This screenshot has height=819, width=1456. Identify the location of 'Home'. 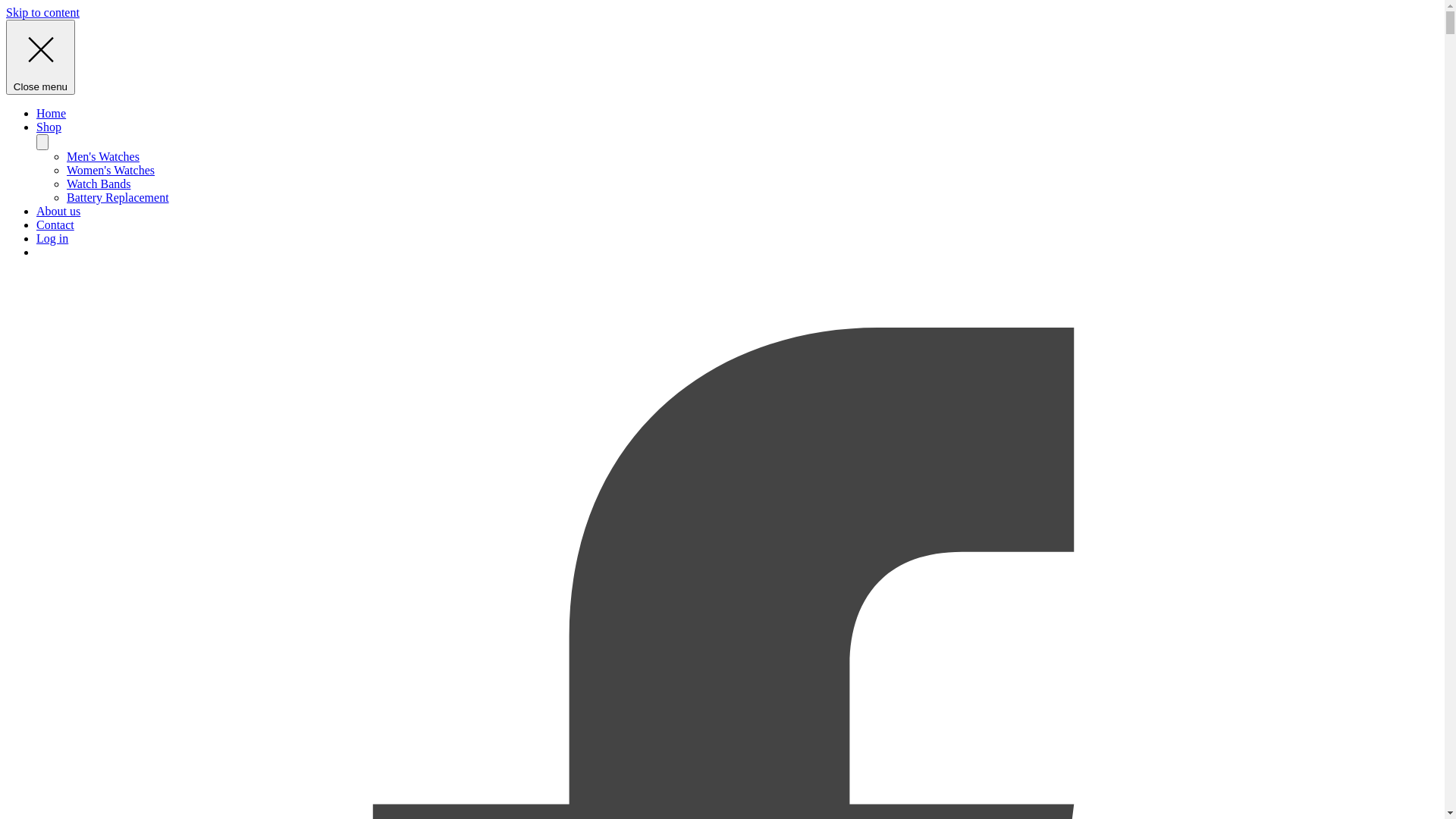
(51, 112).